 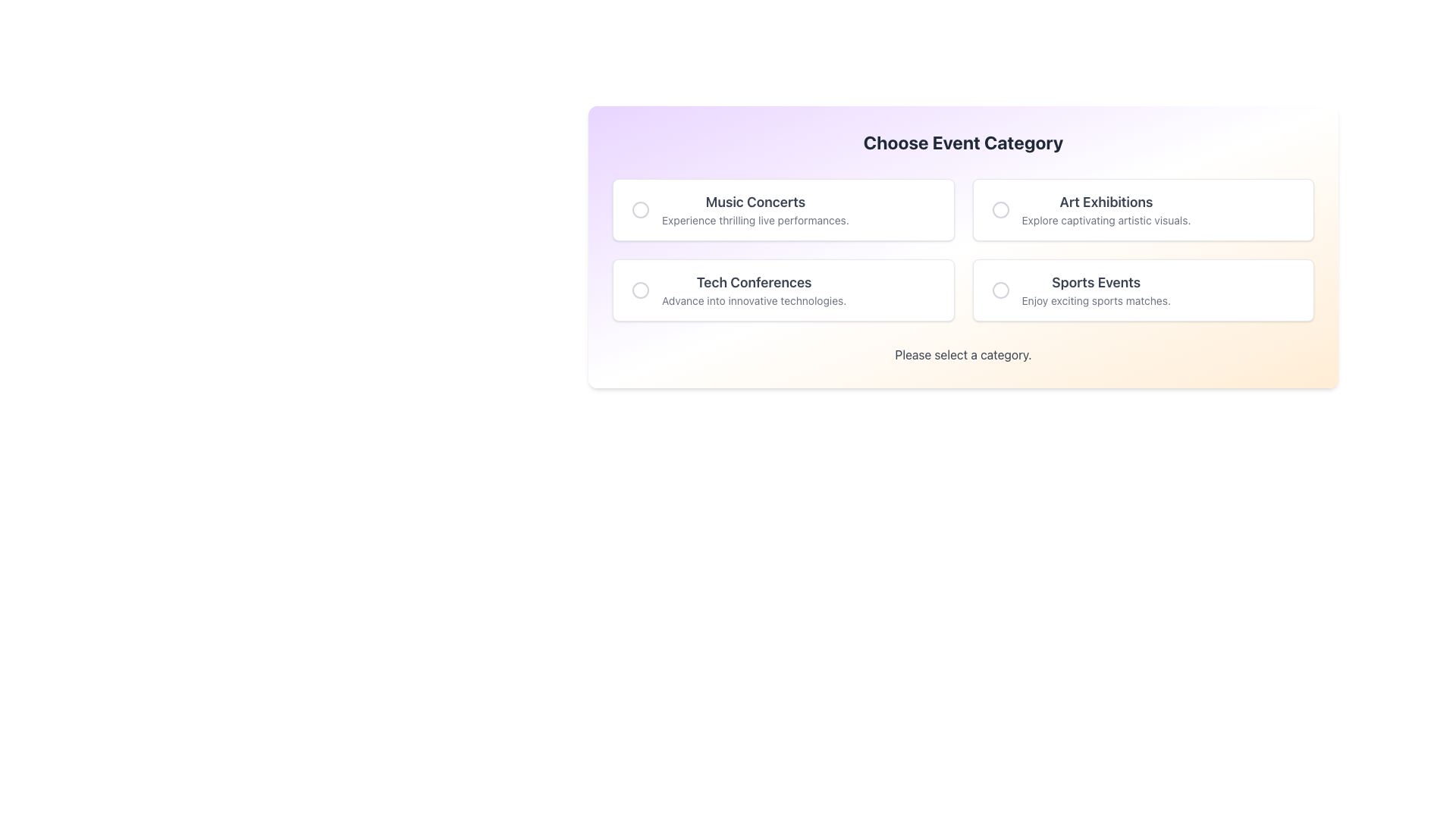 I want to click on the 'Tech Conferences' text label, which features bold, large text in a darker color with the subtitle 'Advance into innovative technologies' below it, so click(x=754, y=290).